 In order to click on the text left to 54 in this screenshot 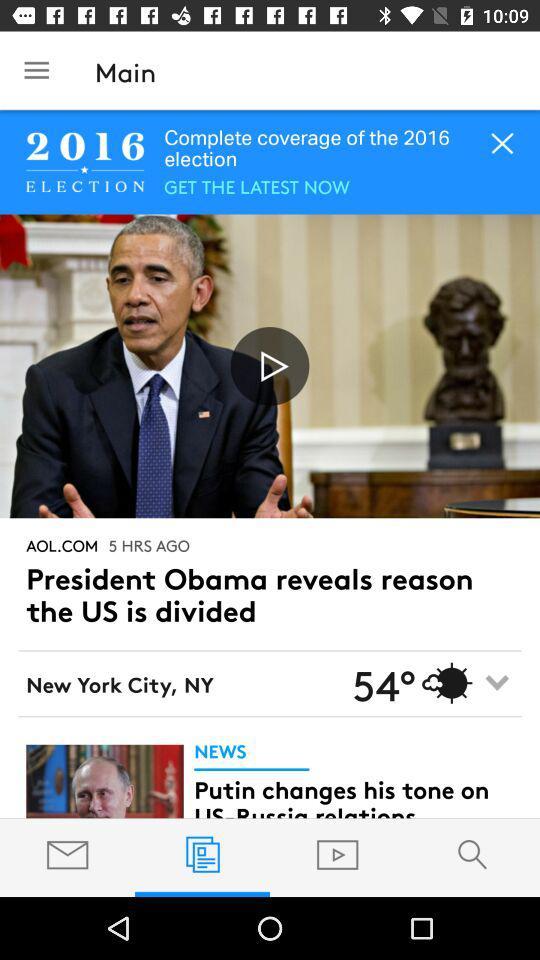, I will do `click(186, 683)`.